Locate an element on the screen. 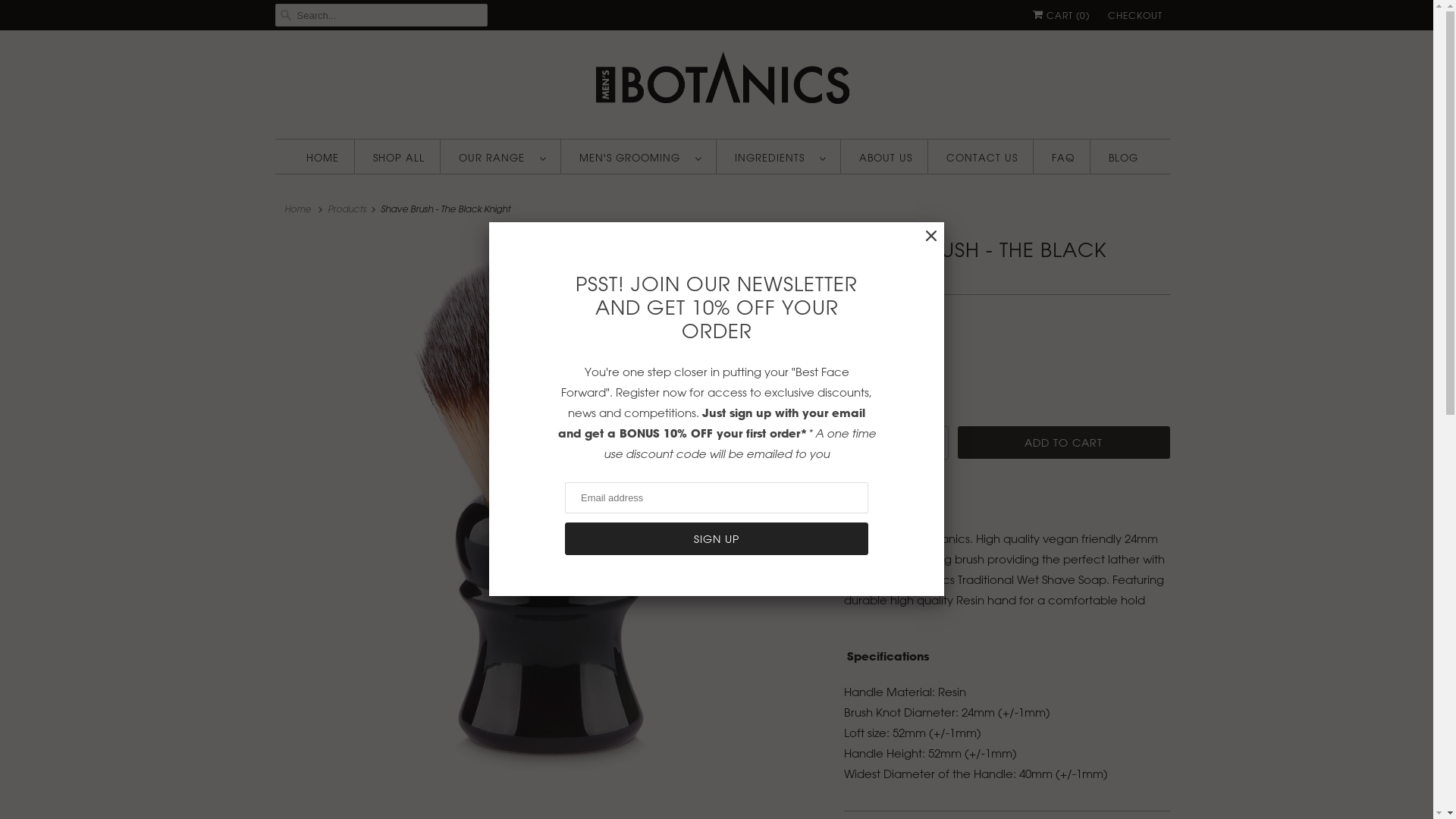  'Mens Botanics Skincare' is located at coordinates (720, 82).